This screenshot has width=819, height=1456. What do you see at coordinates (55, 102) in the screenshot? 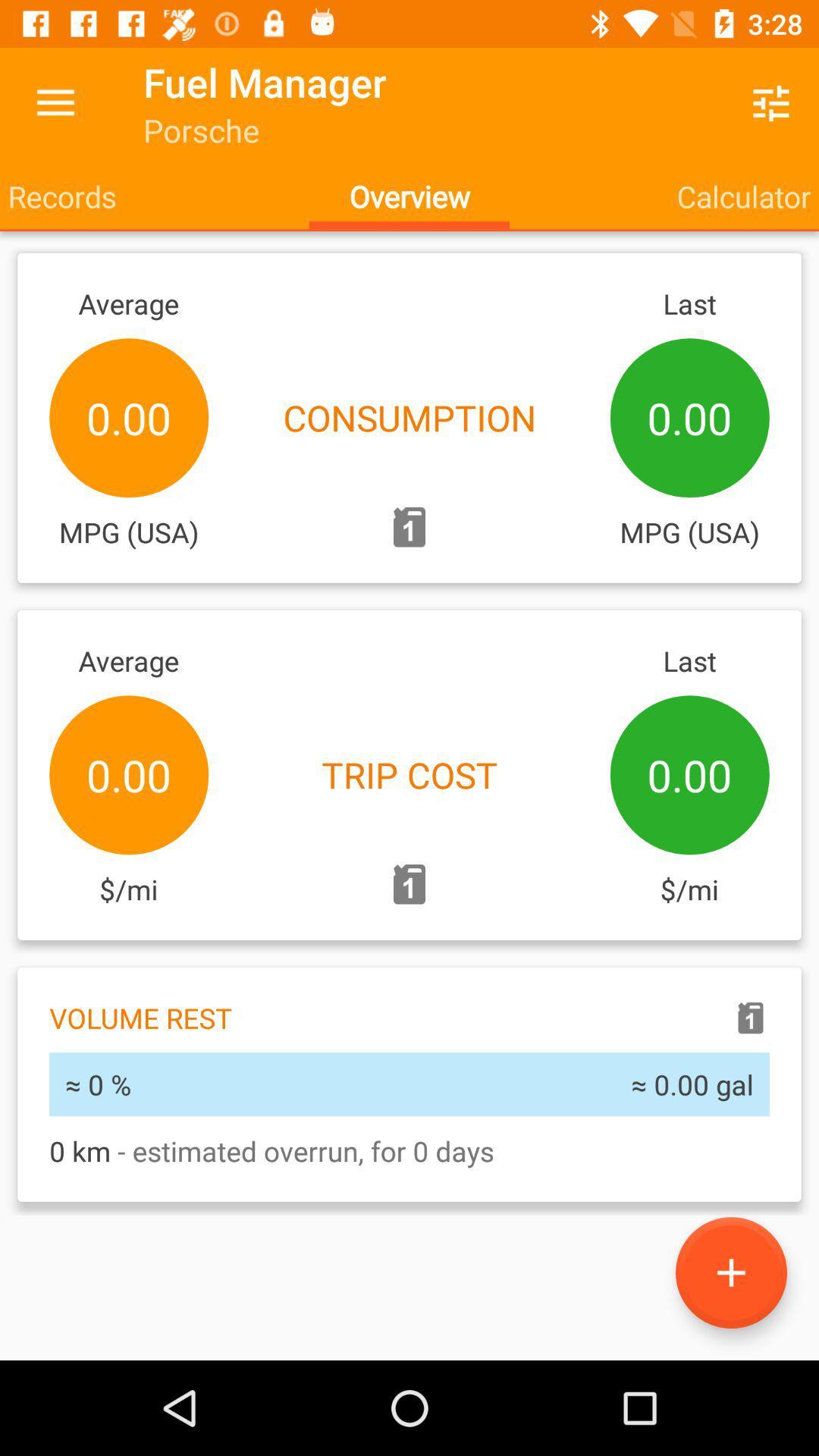
I see `icon next to the fuel manager` at bounding box center [55, 102].